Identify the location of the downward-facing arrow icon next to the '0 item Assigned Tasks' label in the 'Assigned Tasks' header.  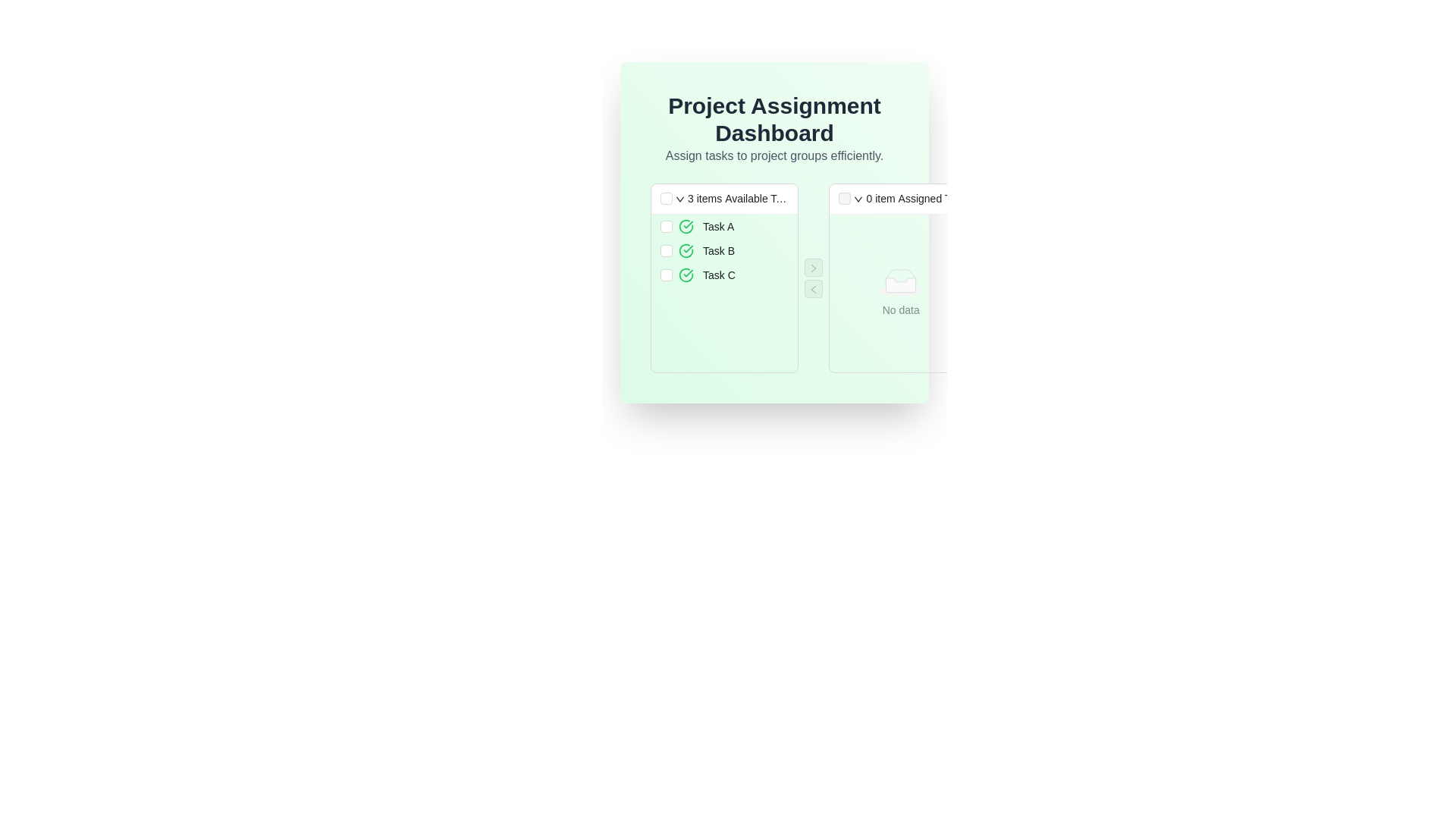
(858, 199).